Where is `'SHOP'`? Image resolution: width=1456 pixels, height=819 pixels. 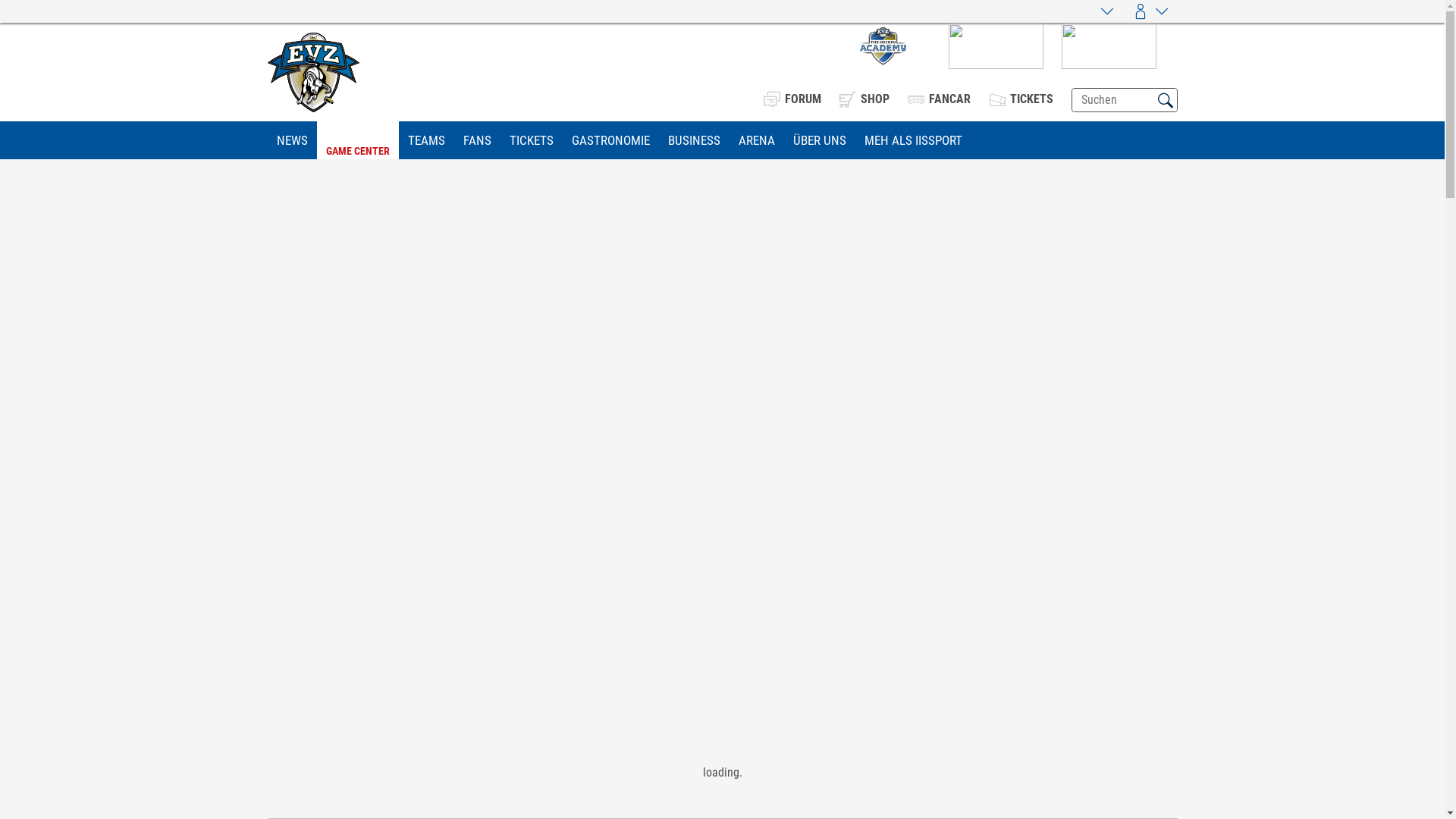
'SHOP' is located at coordinates (863, 99).